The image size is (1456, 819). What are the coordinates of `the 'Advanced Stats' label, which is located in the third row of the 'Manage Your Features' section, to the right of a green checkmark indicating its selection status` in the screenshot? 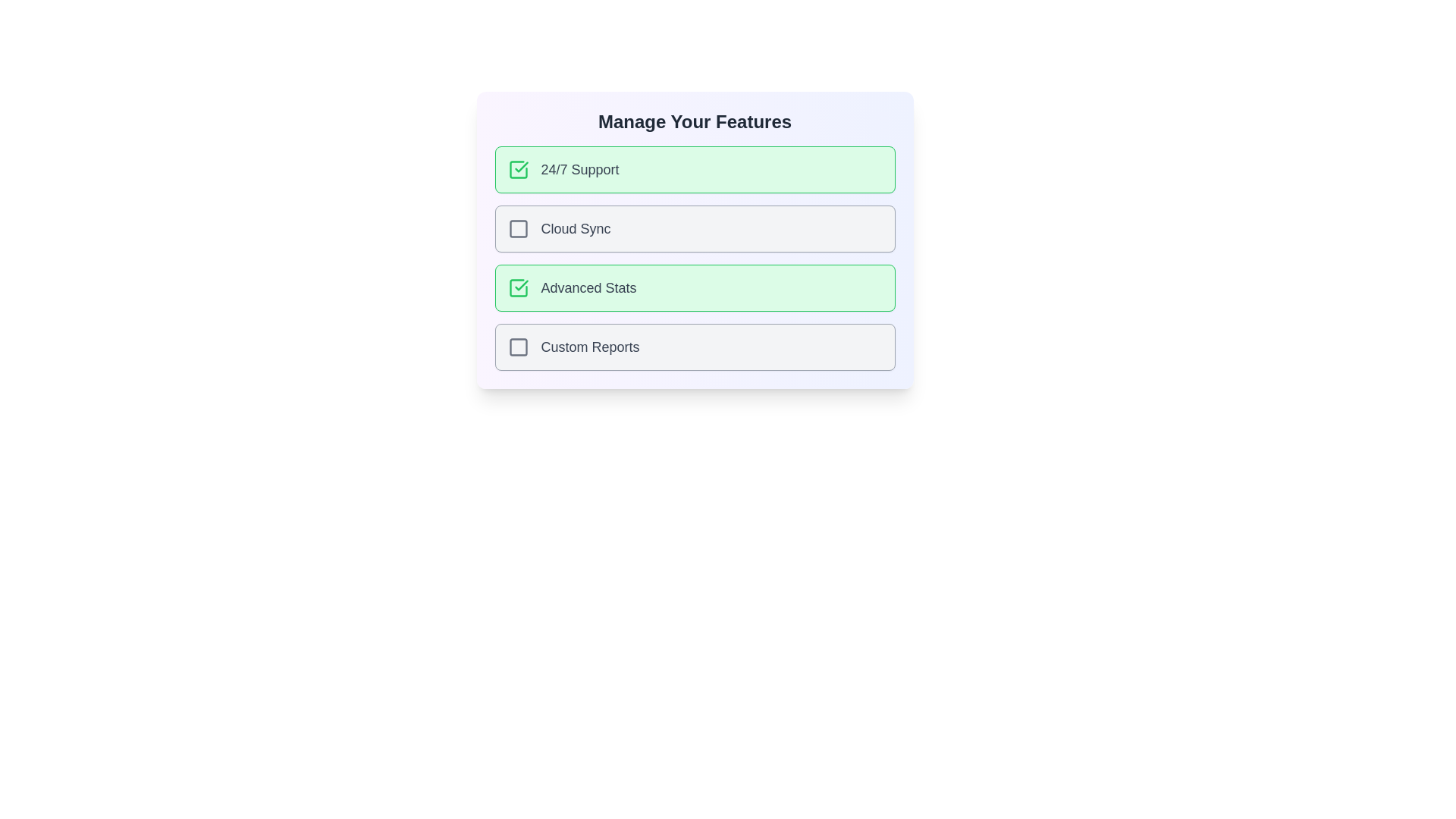 It's located at (588, 288).